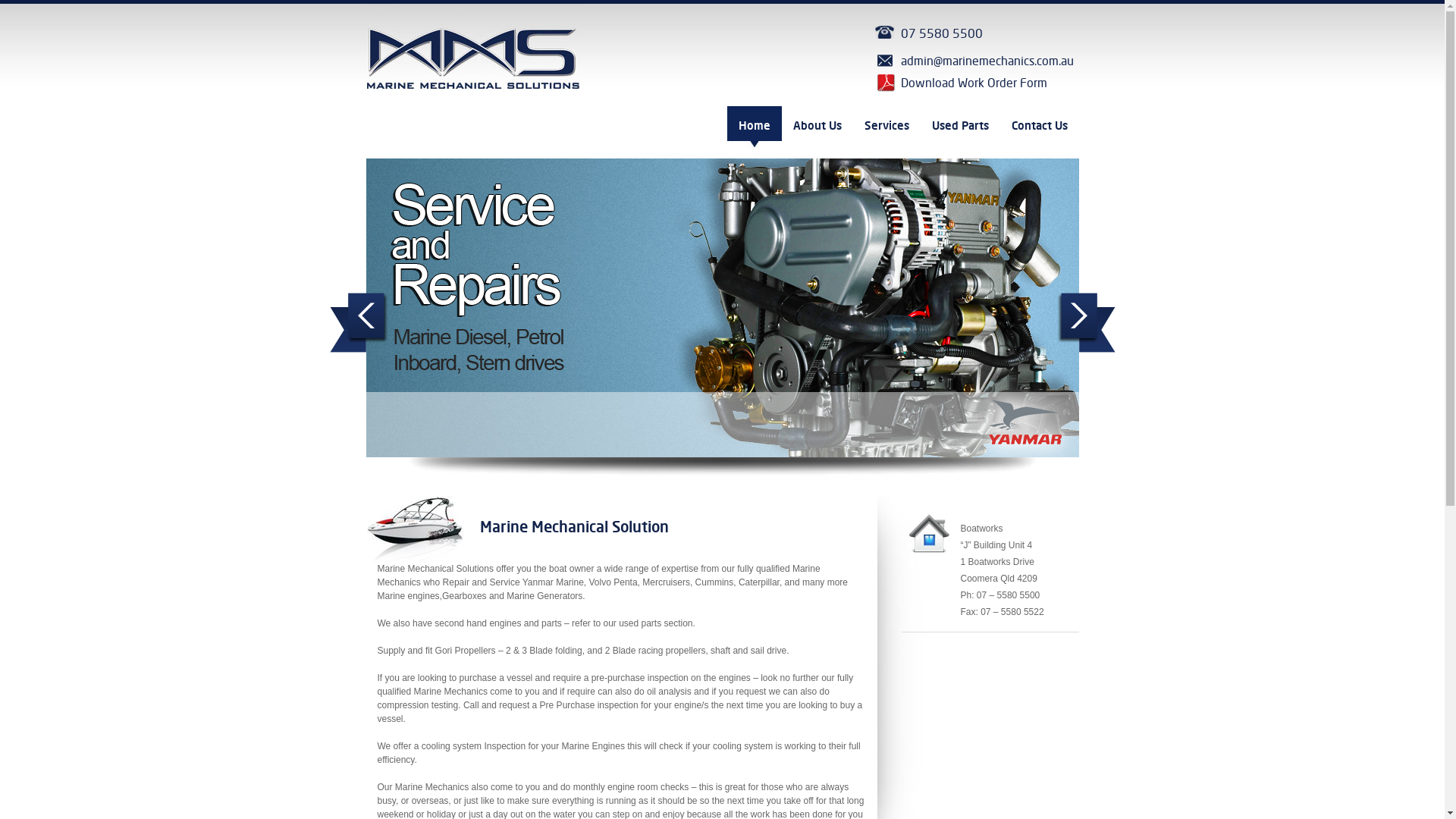 The image size is (1456, 819). I want to click on 'Services', so click(886, 125).